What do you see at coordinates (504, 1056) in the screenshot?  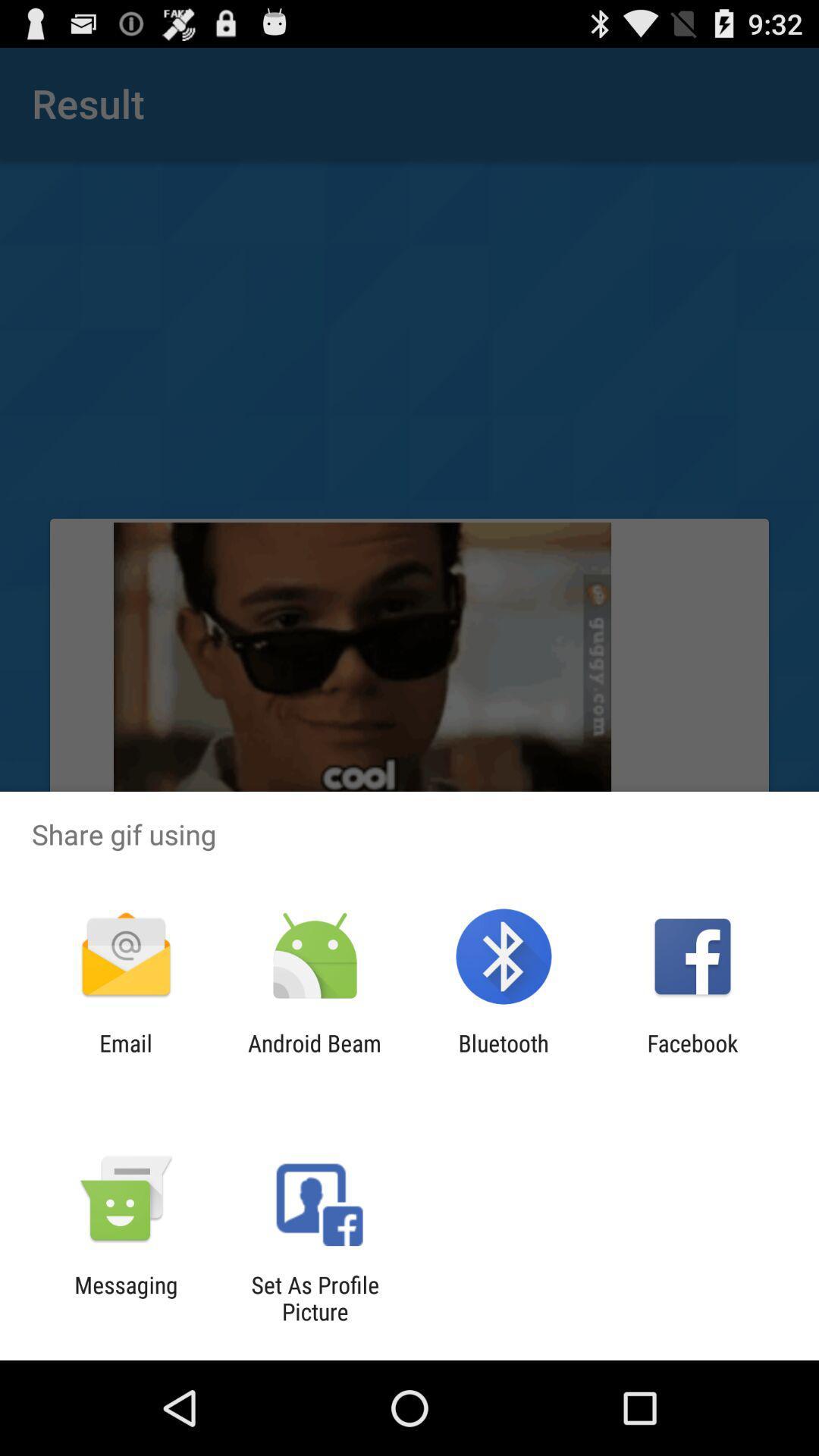 I see `bluetooth item` at bounding box center [504, 1056].